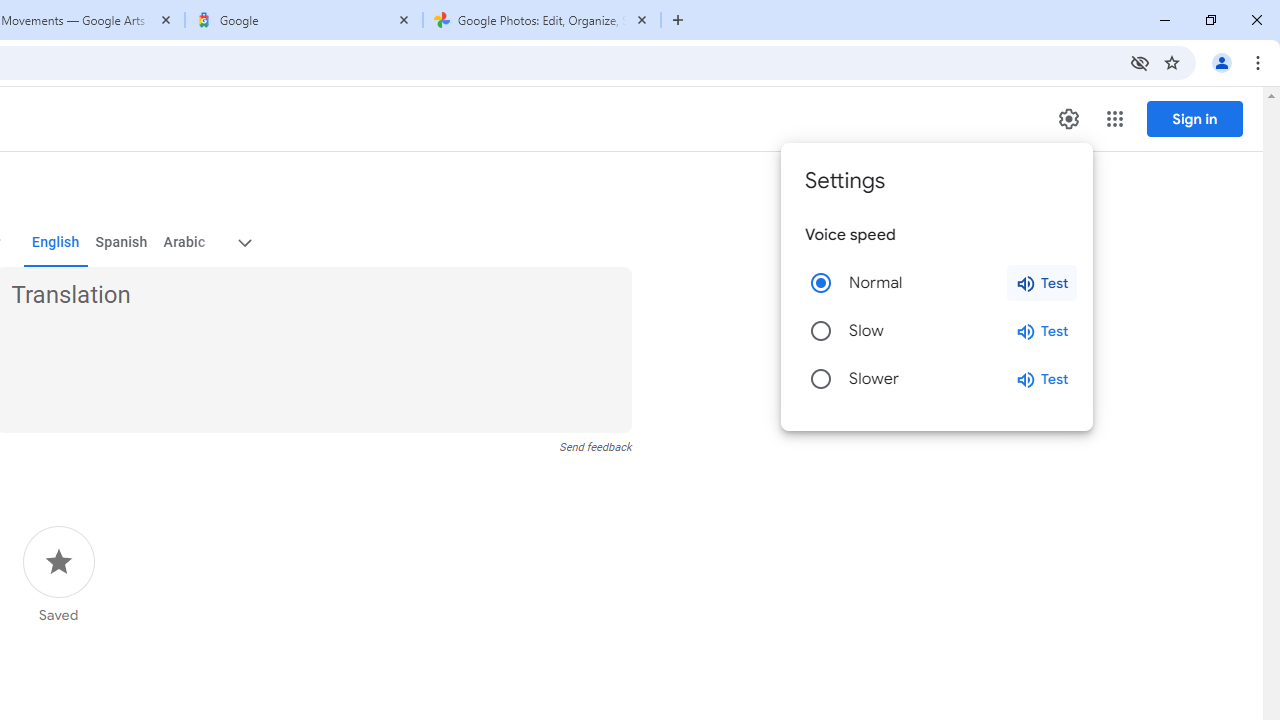  I want to click on 'Test slower speed', so click(1040, 378).